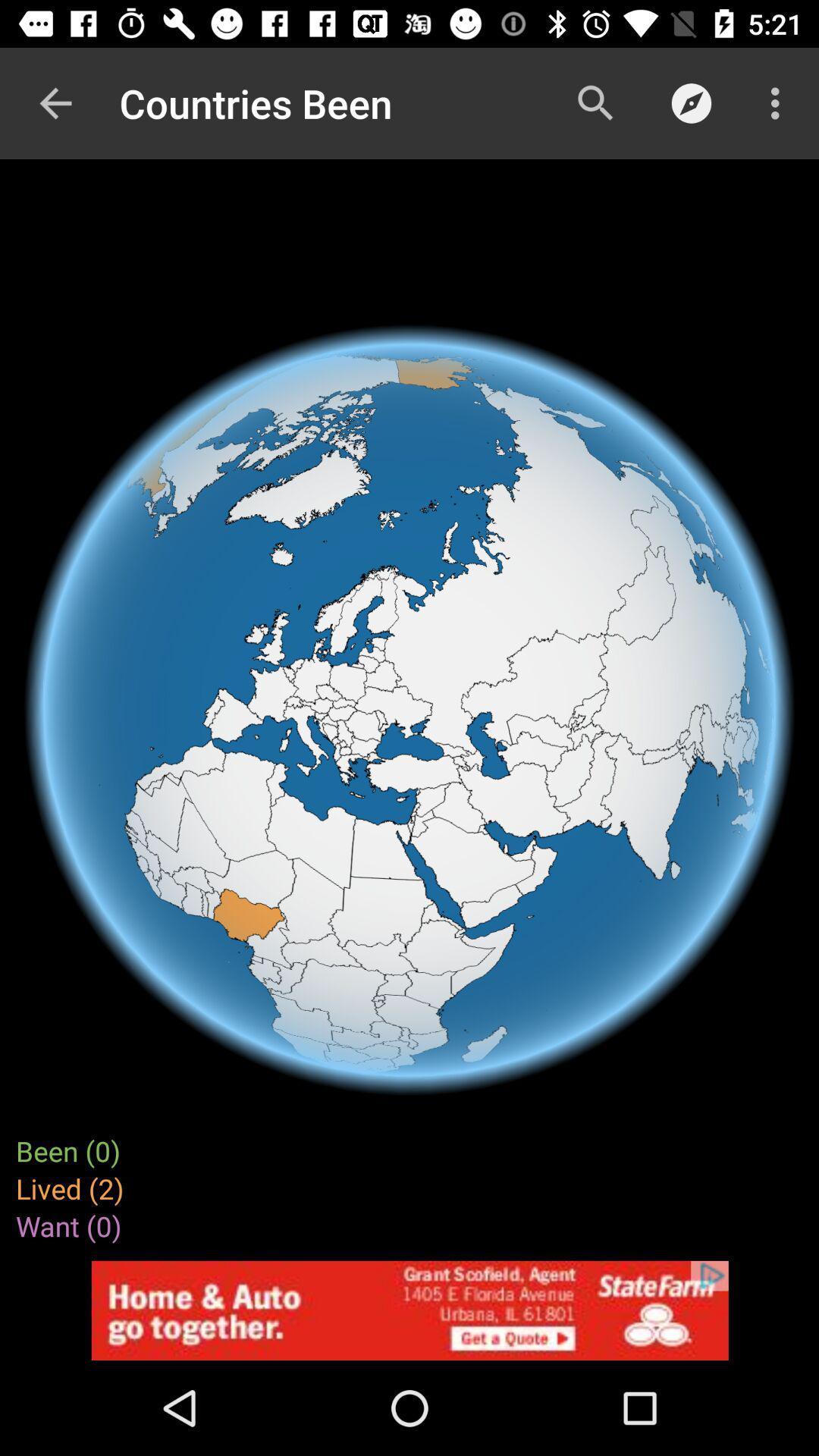 Image resolution: width=819 pixels, height=1456 pixels. What do you see at coordinates (409, 1310) in the screenshot?
I see `advertisement` at bounding box center [409, 1310].